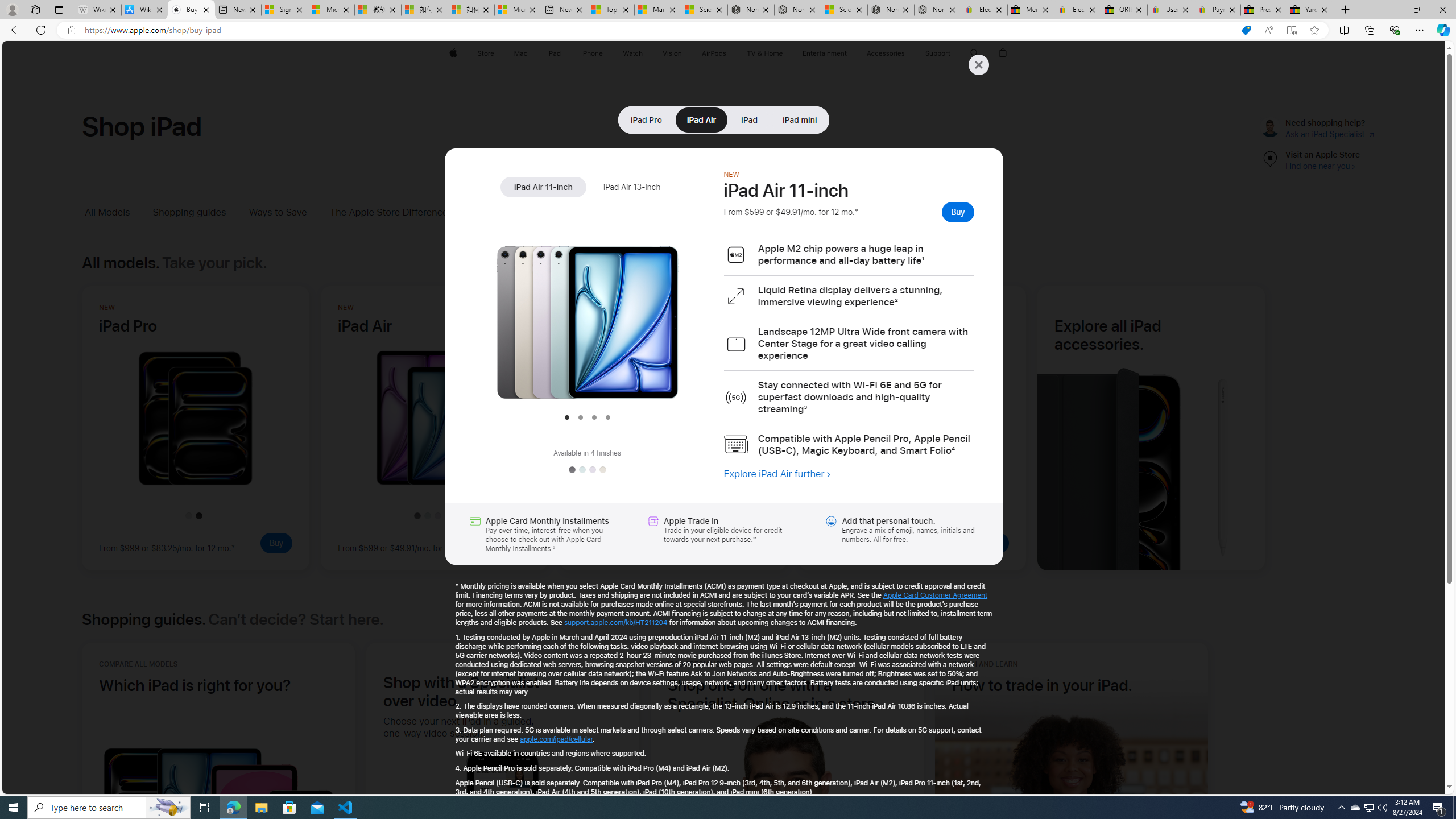 This screenshot has height=819, width=1456. Describe the element at coordinates (701, 119) in the screenshot. I see `'iPad Air'` at that location.